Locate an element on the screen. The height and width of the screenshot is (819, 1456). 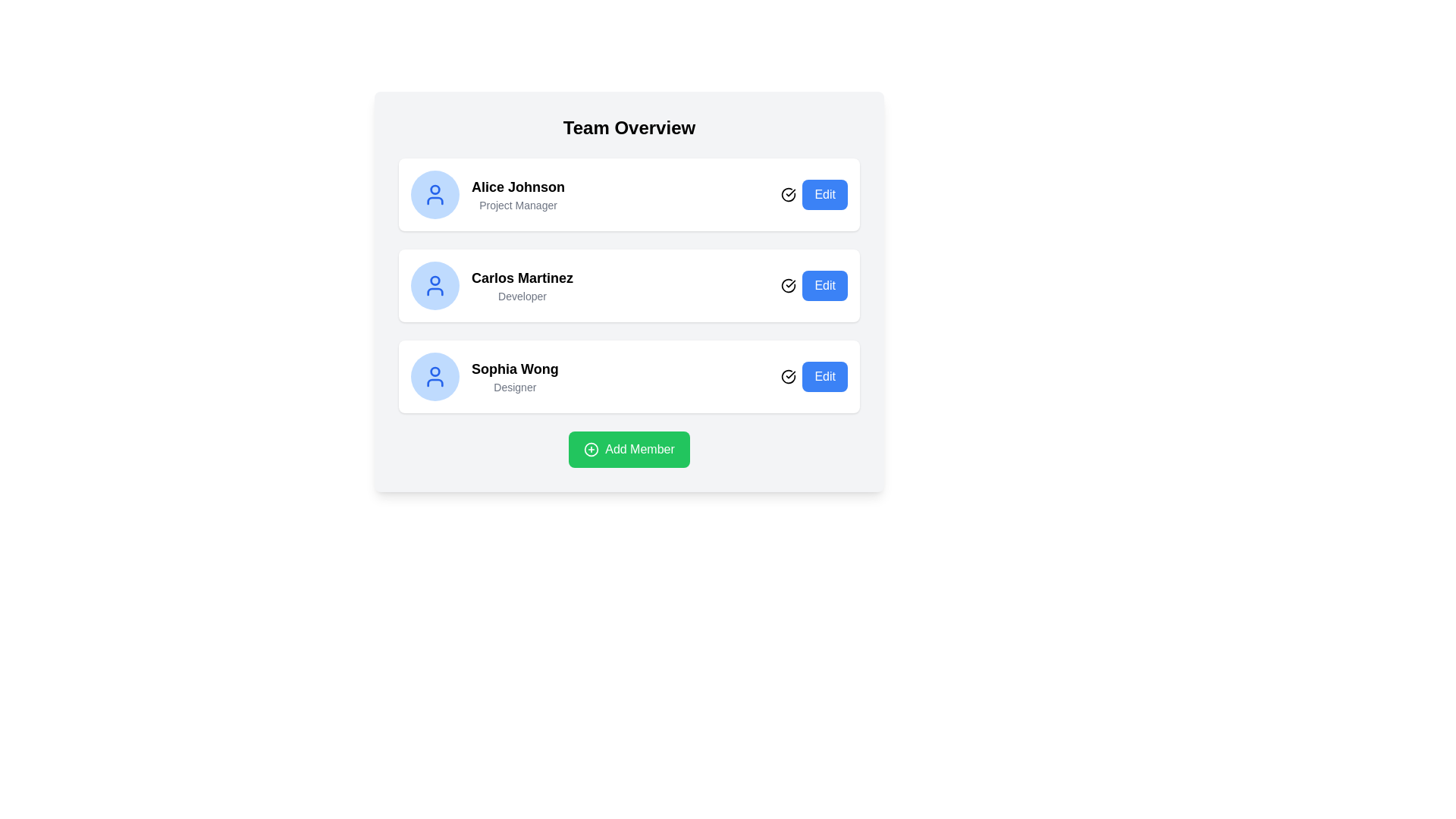
circular SVG icon with a plus sign in its center, located within the green button beside the 'Add Member' text, for customization options is located at coordinates (591, 449).